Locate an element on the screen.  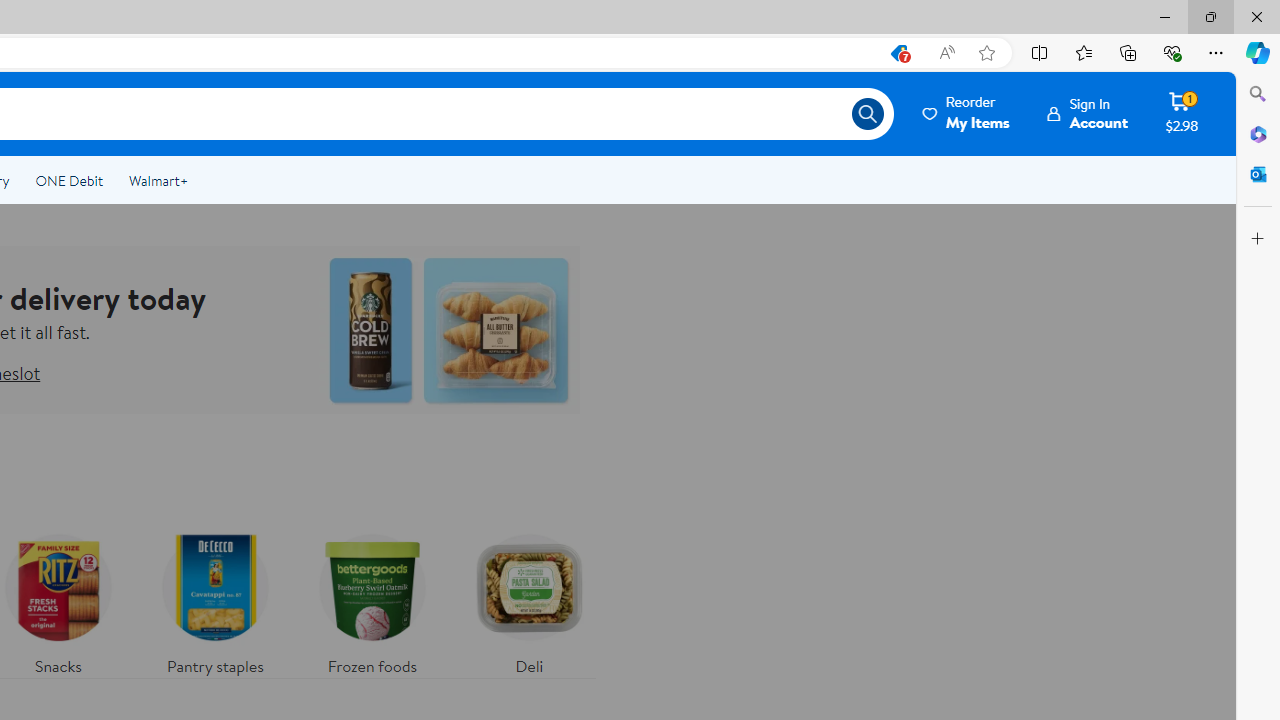
'ONE Debit' is located at coordinates (69, 181).